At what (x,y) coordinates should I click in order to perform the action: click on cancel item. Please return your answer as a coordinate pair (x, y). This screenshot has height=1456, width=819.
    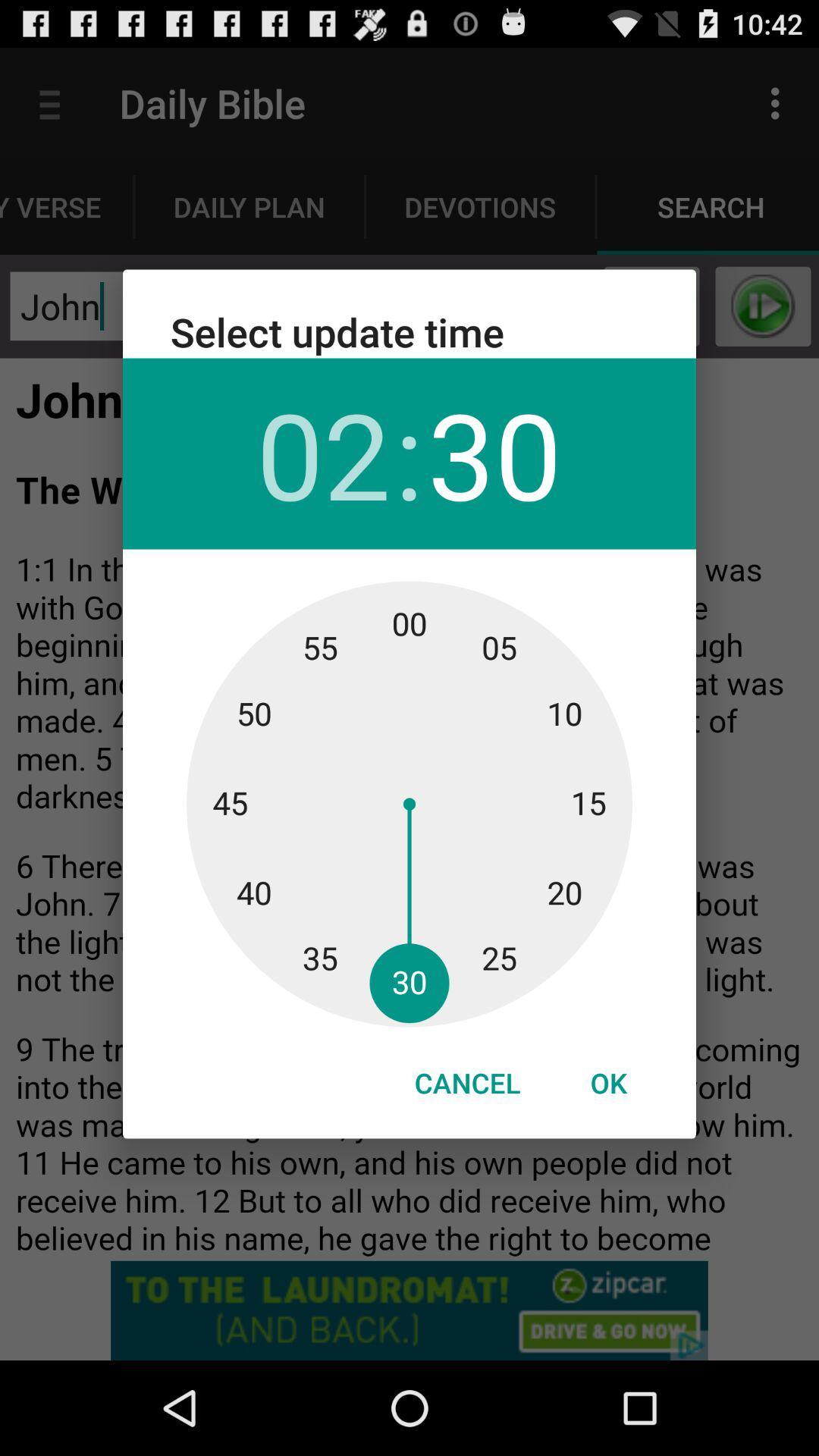
    Looking at the image, I should click on (466, 1082).